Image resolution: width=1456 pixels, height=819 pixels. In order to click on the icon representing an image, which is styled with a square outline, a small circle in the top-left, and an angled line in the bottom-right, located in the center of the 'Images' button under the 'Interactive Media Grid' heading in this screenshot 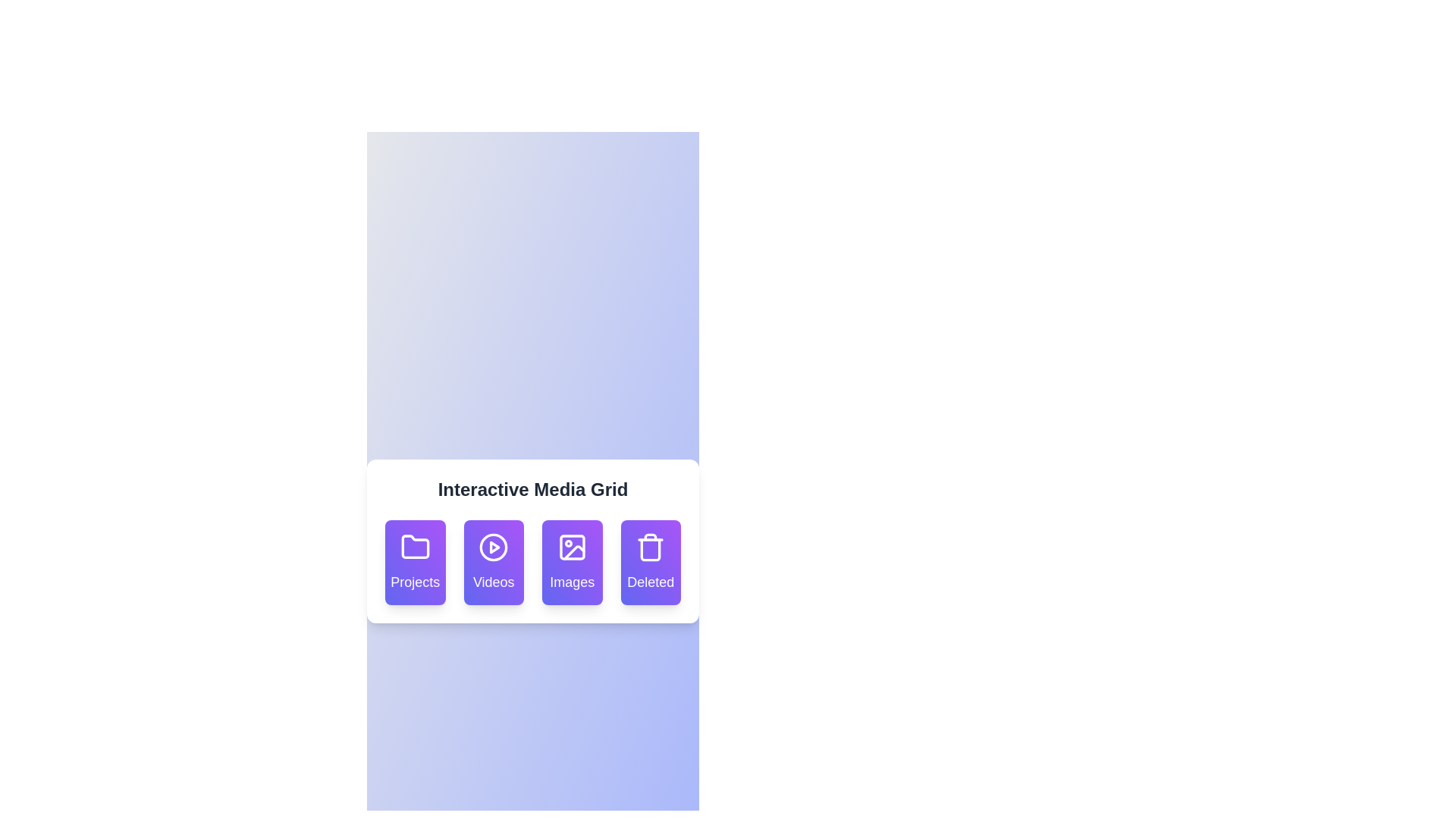, I will do `click(571, 547)`.